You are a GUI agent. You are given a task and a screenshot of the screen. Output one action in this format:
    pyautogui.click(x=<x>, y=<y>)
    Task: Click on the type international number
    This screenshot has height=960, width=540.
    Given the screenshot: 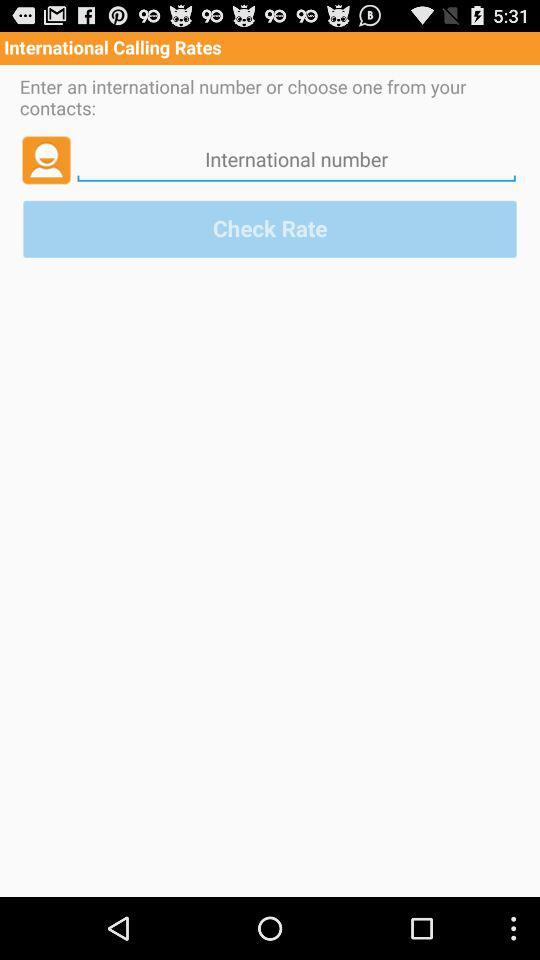 What is the action you would take?
    pyautogui.click(x=295, y=158)
    